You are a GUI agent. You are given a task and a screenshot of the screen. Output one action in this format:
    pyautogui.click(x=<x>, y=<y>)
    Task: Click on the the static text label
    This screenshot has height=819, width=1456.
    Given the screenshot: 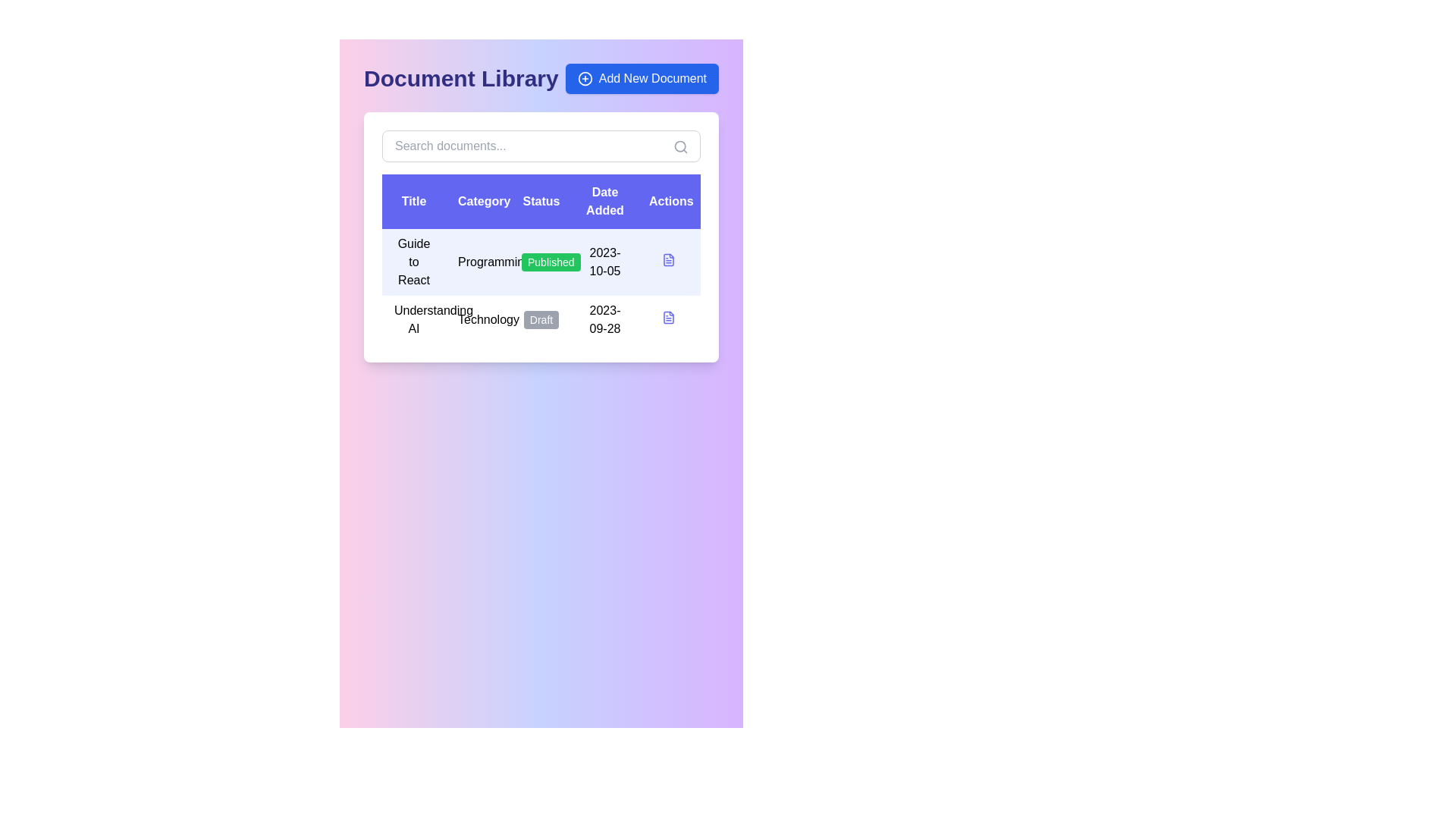 What is the action you would take?
    pyautogui.click(x=414, y=262)
    